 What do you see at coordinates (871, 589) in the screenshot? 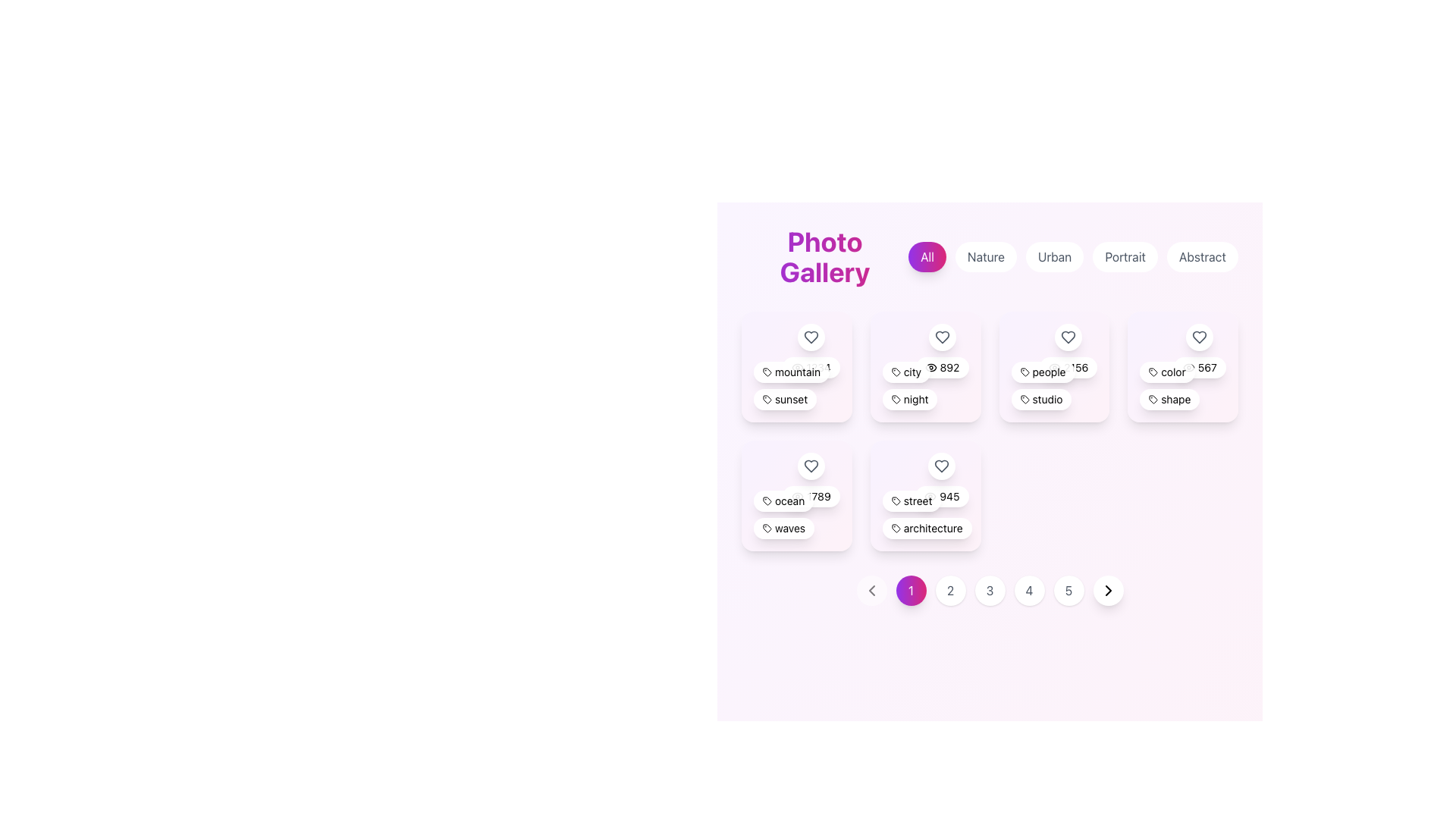
I see `the circular button with a leftward-pointing chevron icon to observe the hover effect` at bounding box center [871, 589].